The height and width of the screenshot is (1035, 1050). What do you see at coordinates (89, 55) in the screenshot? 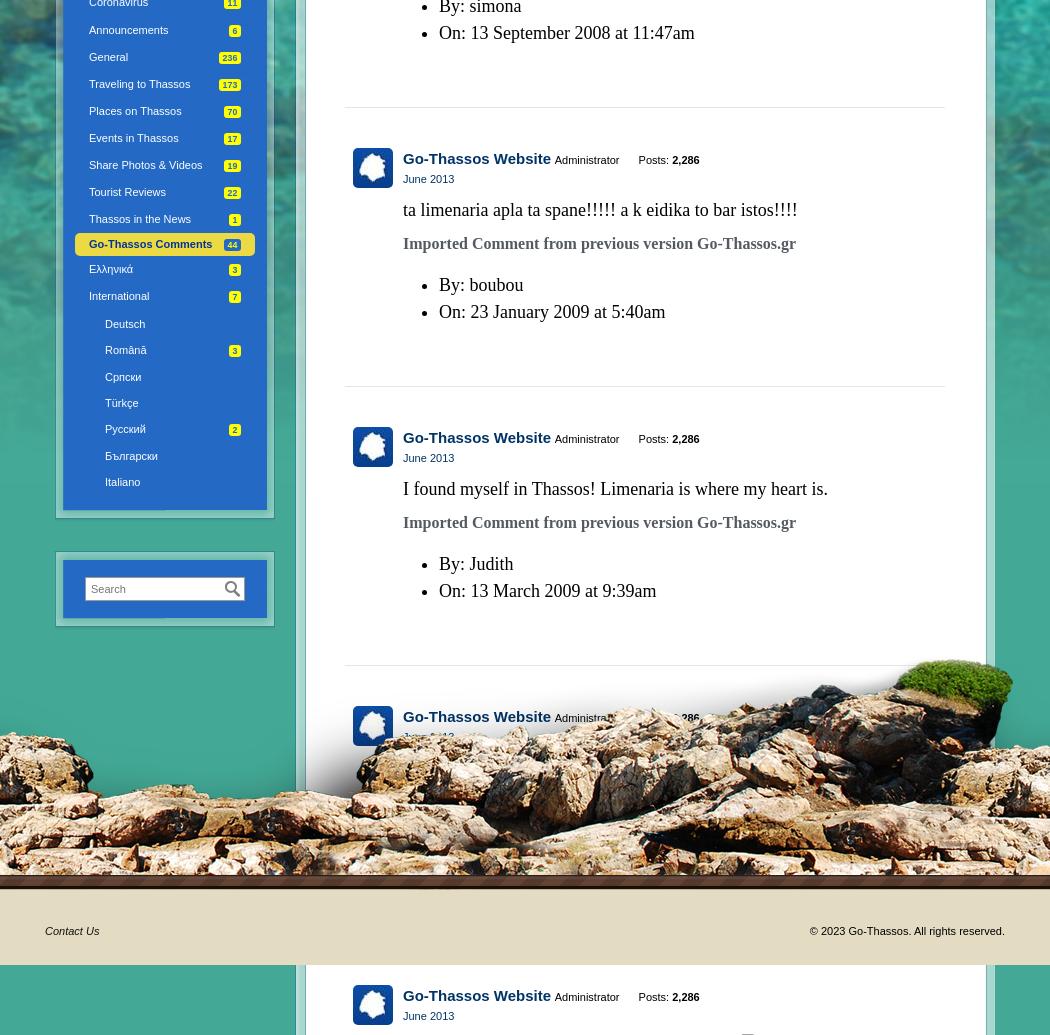
I see `'General'` at bounding box center [89, 55].